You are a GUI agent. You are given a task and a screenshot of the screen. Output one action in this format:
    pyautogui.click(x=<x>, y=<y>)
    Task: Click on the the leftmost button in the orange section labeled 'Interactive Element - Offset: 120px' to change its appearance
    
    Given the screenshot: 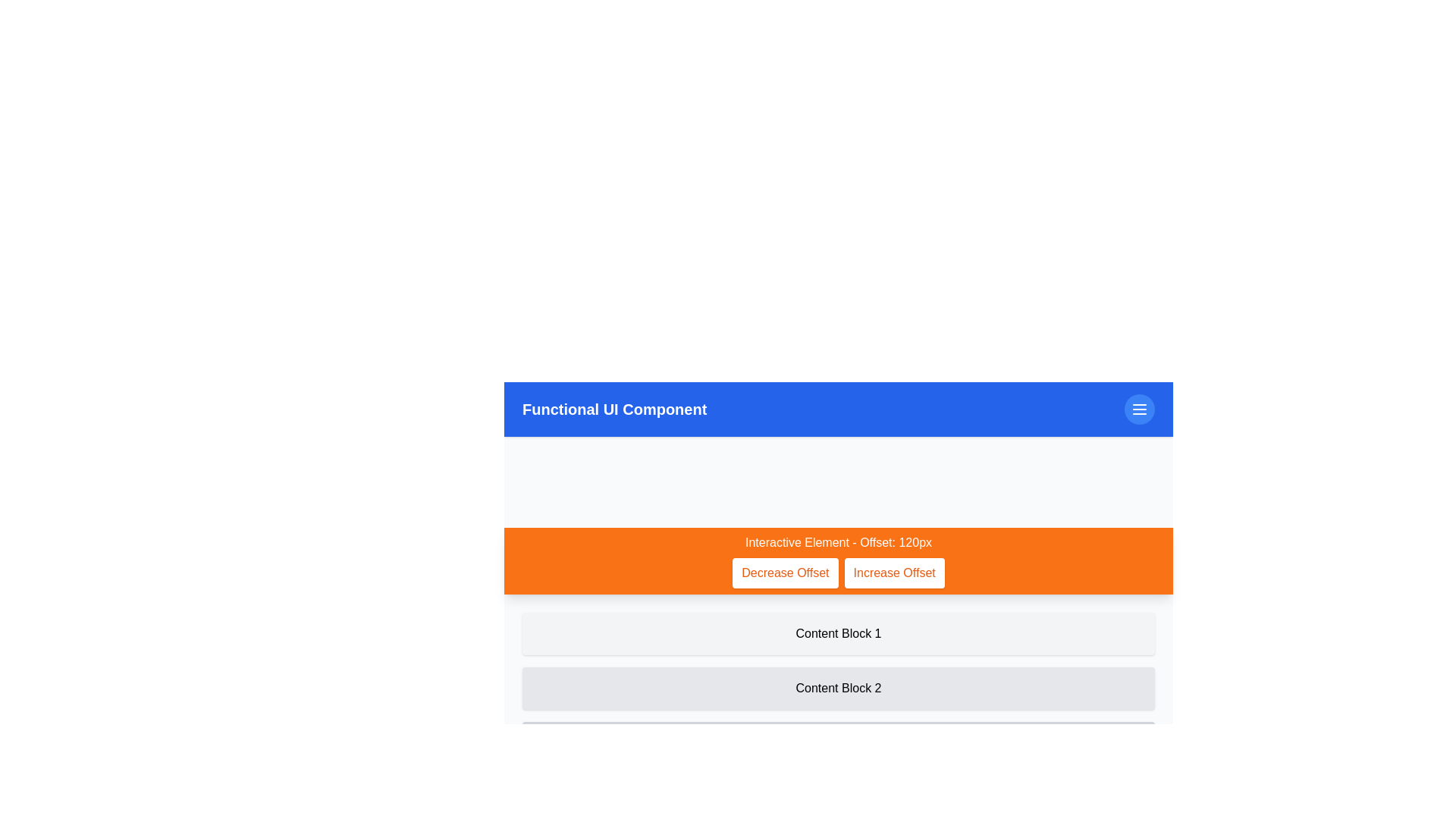 What is the action you would take?
    pyautogui.click(x=785, y=573)
    